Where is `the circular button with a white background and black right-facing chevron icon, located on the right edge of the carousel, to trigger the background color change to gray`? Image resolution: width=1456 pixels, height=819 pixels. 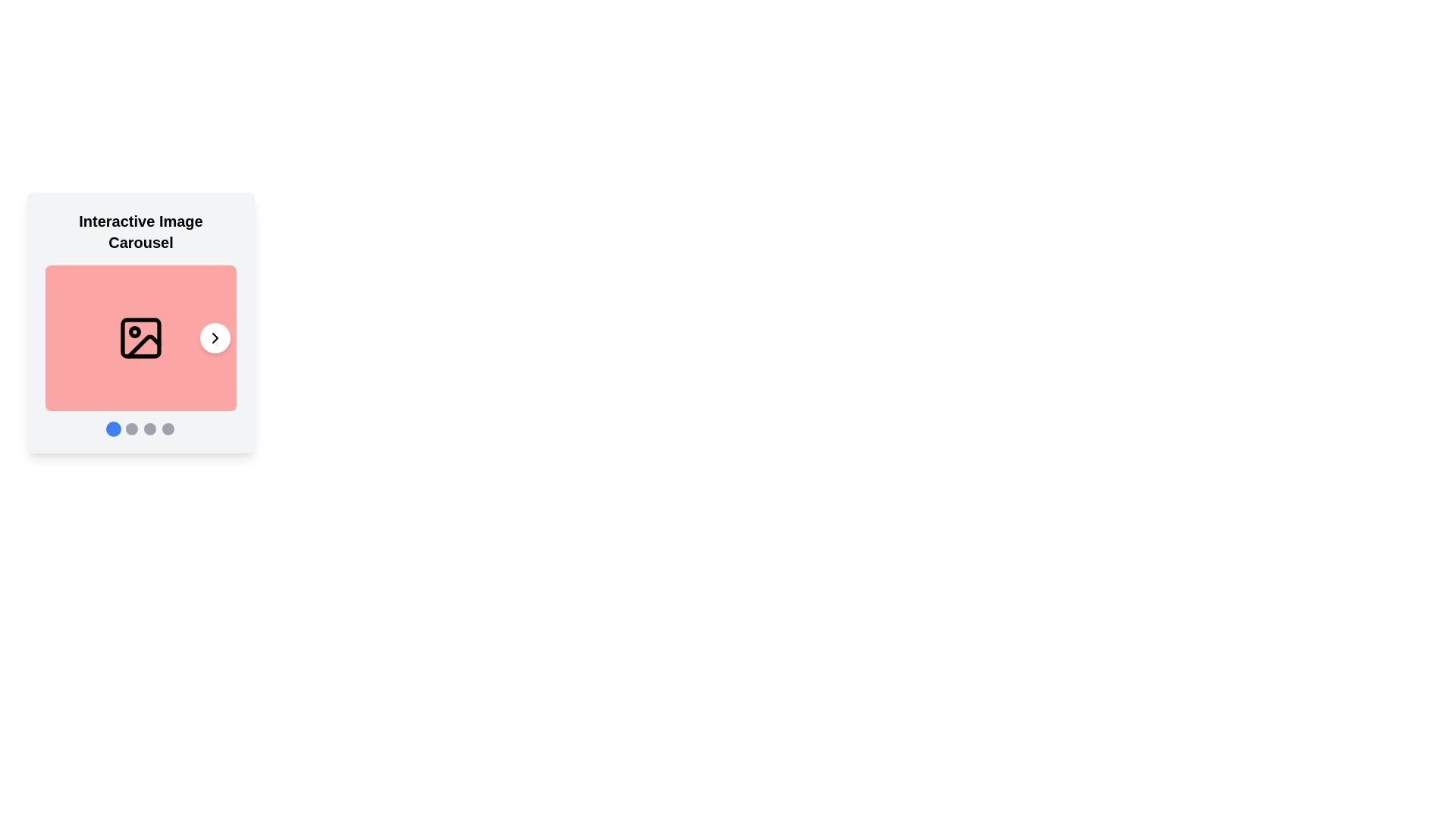
the circular button with a white background and black right-facing chevron icon, located on the right edge of the carousel, to trigger the background color change to gray is located at coordinates (214, 337).